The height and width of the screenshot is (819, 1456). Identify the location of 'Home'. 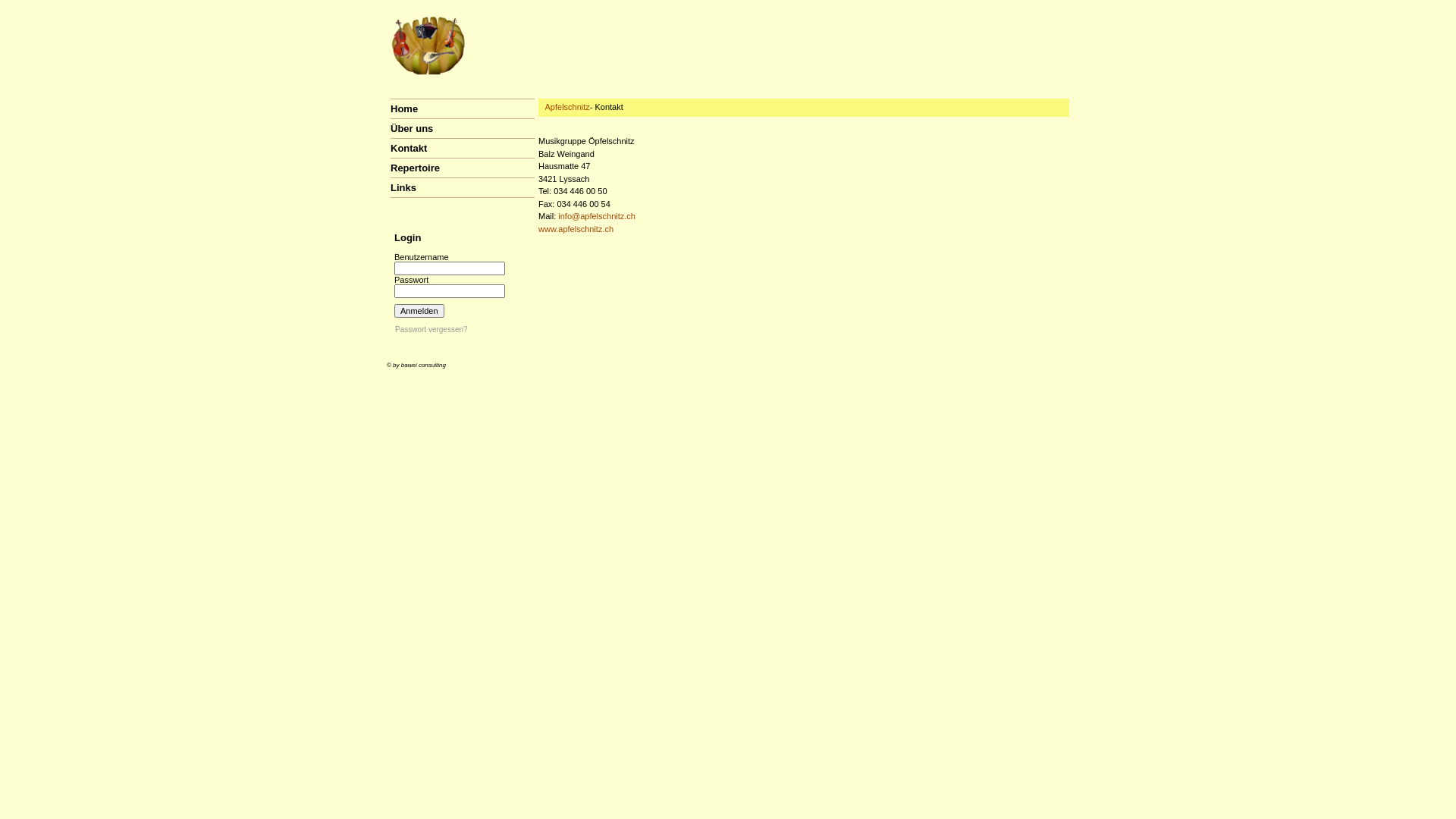
(403, 108).